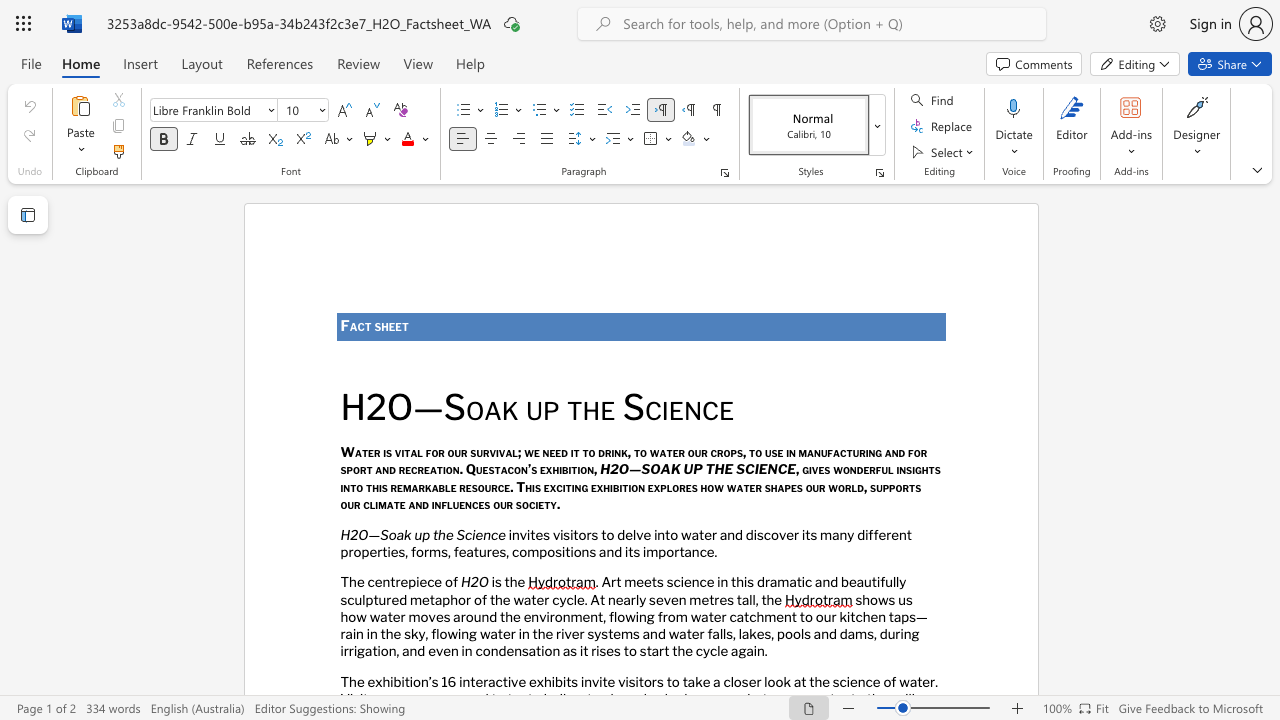 This screenshot has height=720, width=1280. Describe the element at coordinates (528, 551) in the screenshot. I see `the space between the continuous character "o" and "m" in the text` at that location.